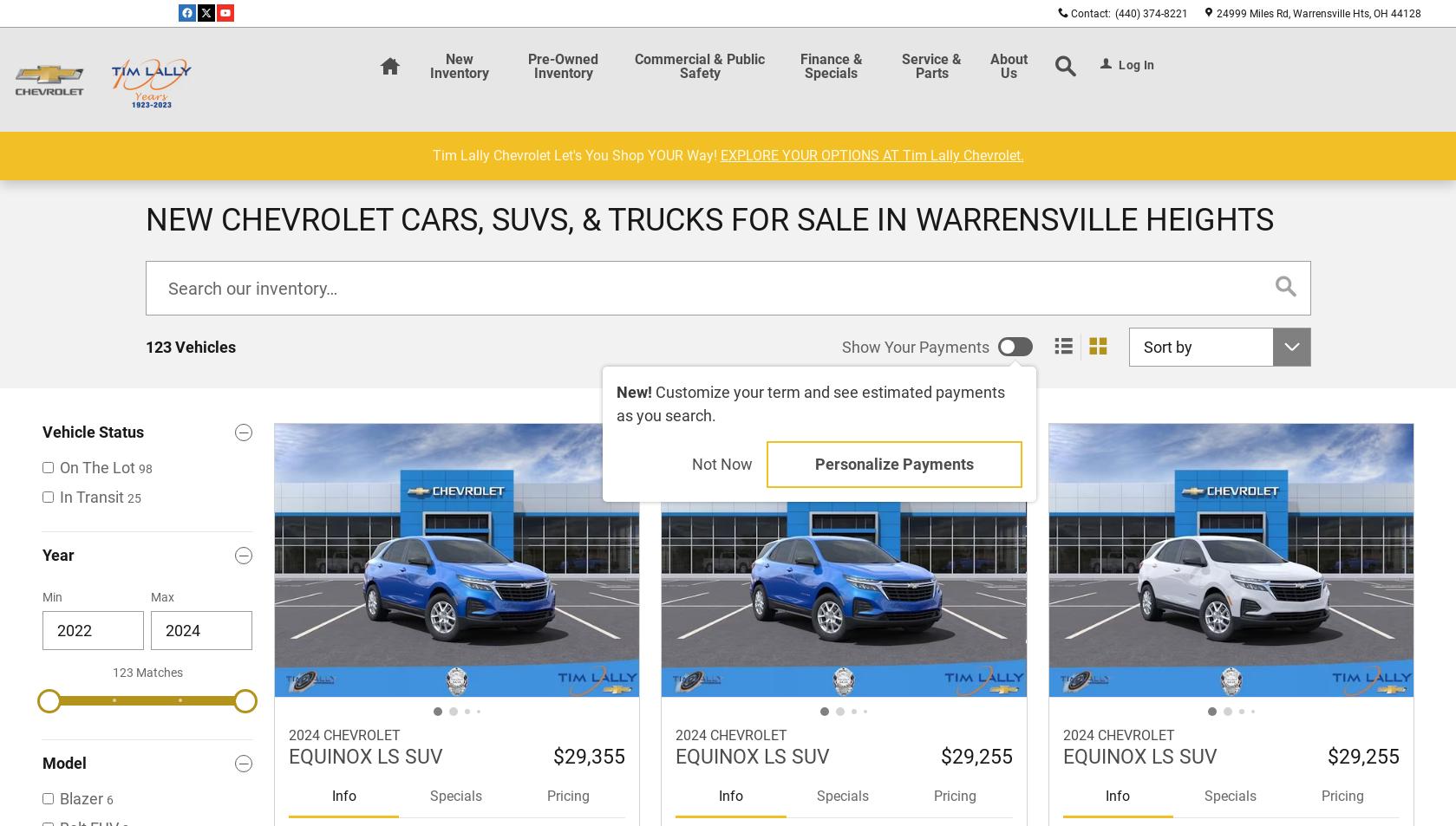  Describe the element at coordinates (589, 755) in the screenshot. I see `'$29,355'` at that location.